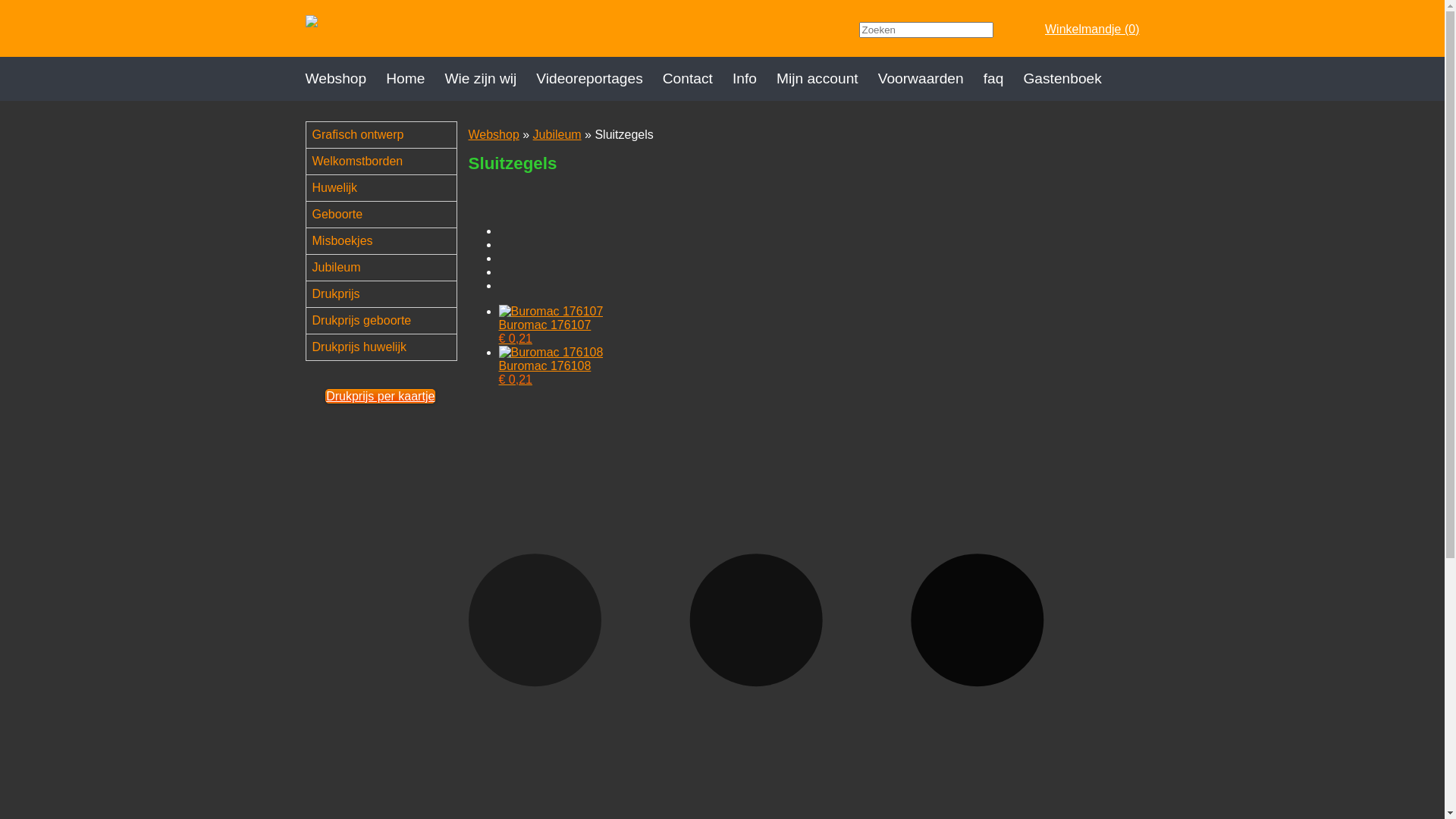 Image resolution: width=1456 pixels, height=819 pixels. I want to click on 'Home', so click(415, 79).